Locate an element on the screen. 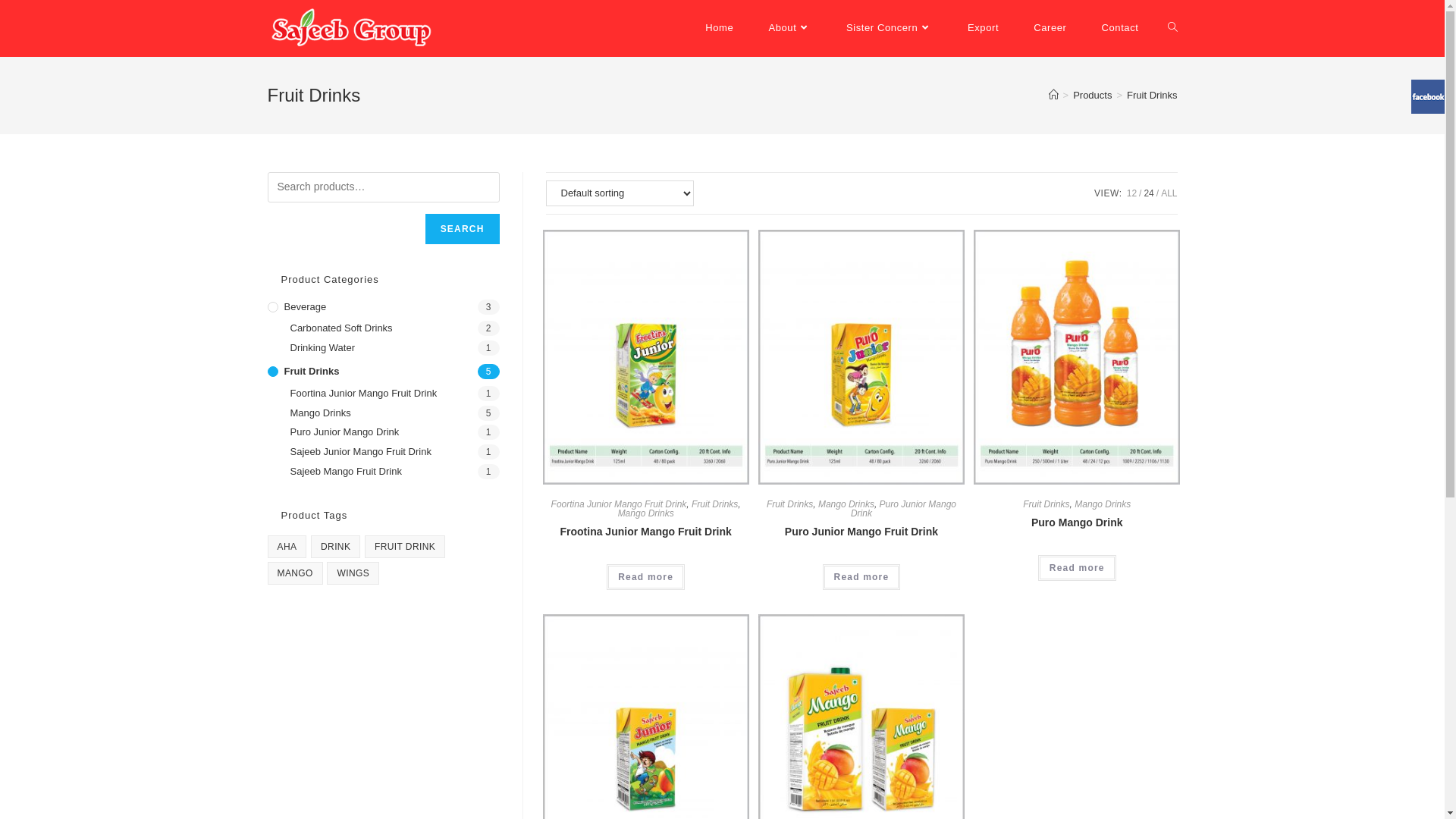 The height and width of the screenshot is (819, 1456). 'Beverage' is located at coordinates (266, 307).